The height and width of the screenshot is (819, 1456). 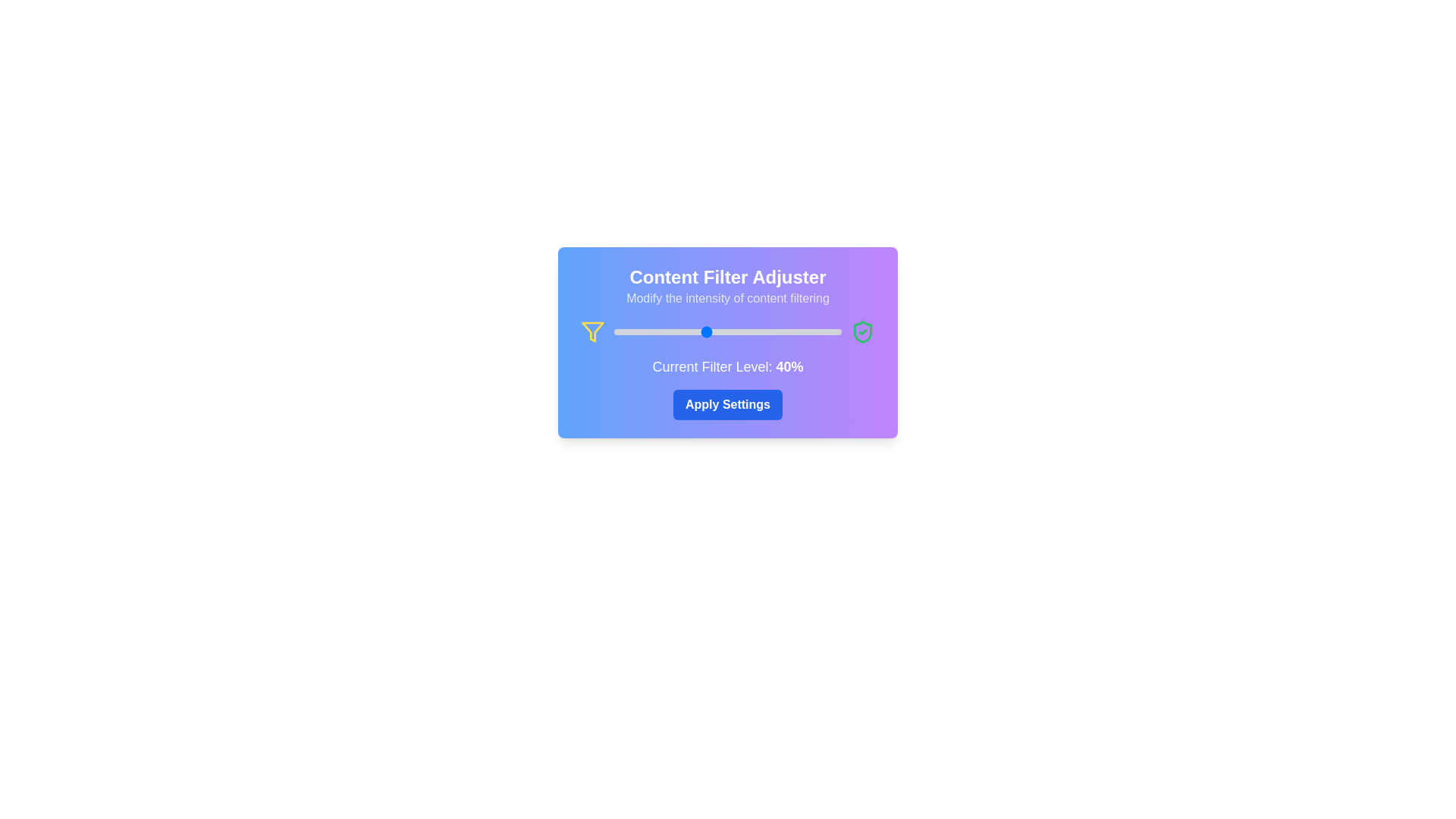 What do you see at coordinates (839, 331) in the screenshot?
I see `the slider to set the filter level to 99%` at bounding box center [839, 331].